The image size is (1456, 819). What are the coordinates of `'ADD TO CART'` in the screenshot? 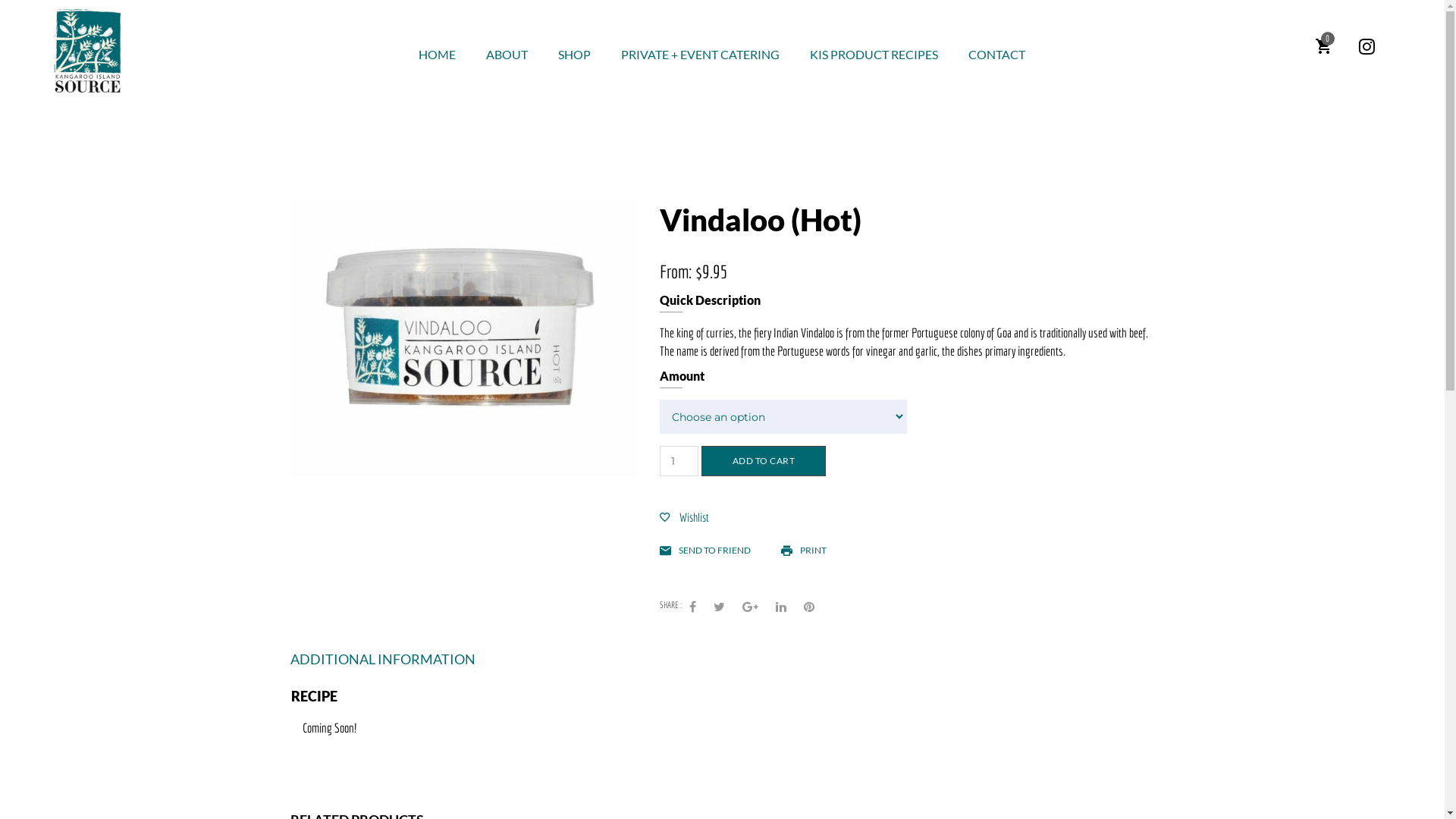 It's located at (701, 460).